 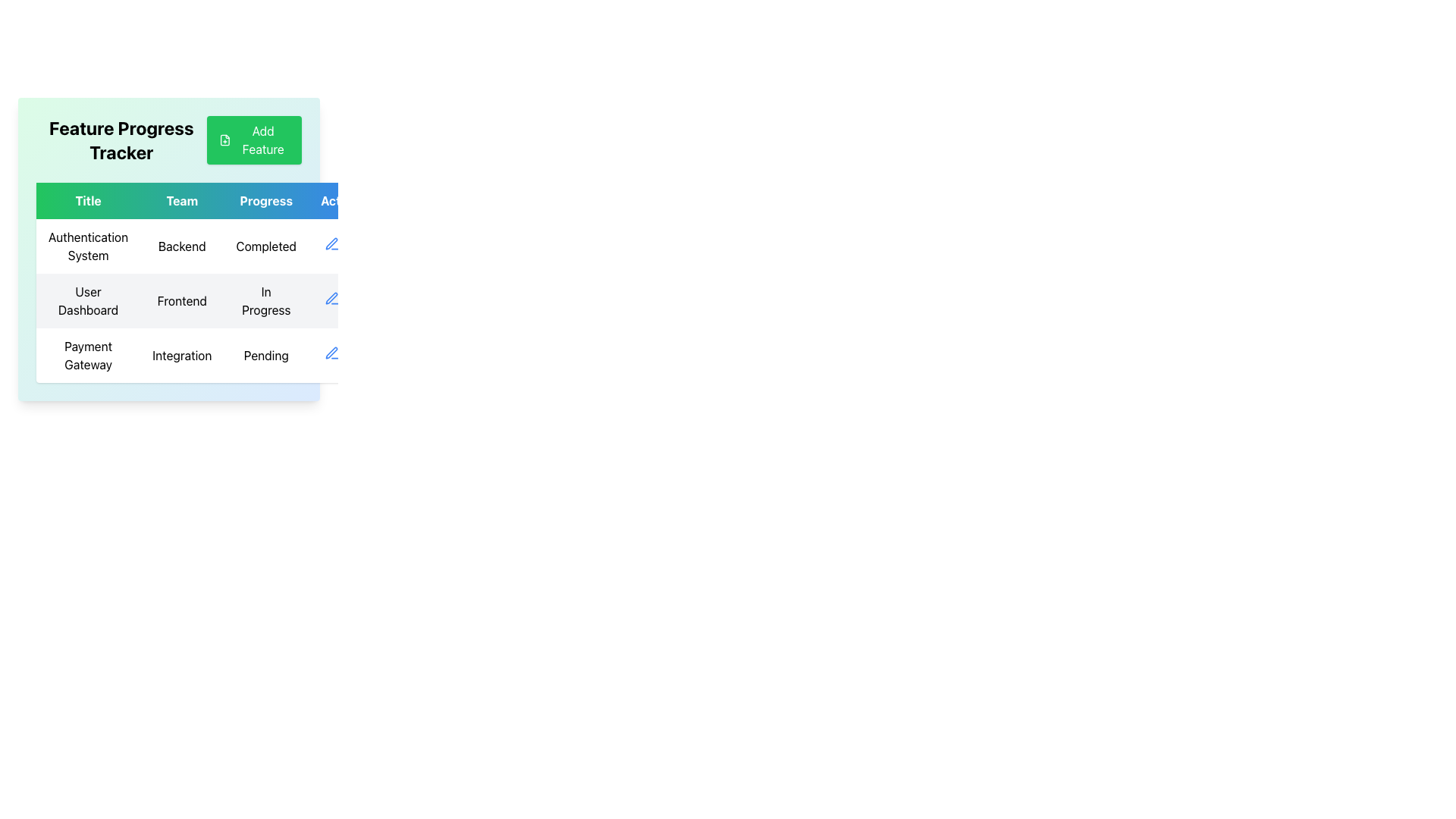 I want to click on text from the Table Cell Text element labeled 'Authentication System', which is located in the first row of the 'Title' column in a structured table layout, so click(x=87, y=245).